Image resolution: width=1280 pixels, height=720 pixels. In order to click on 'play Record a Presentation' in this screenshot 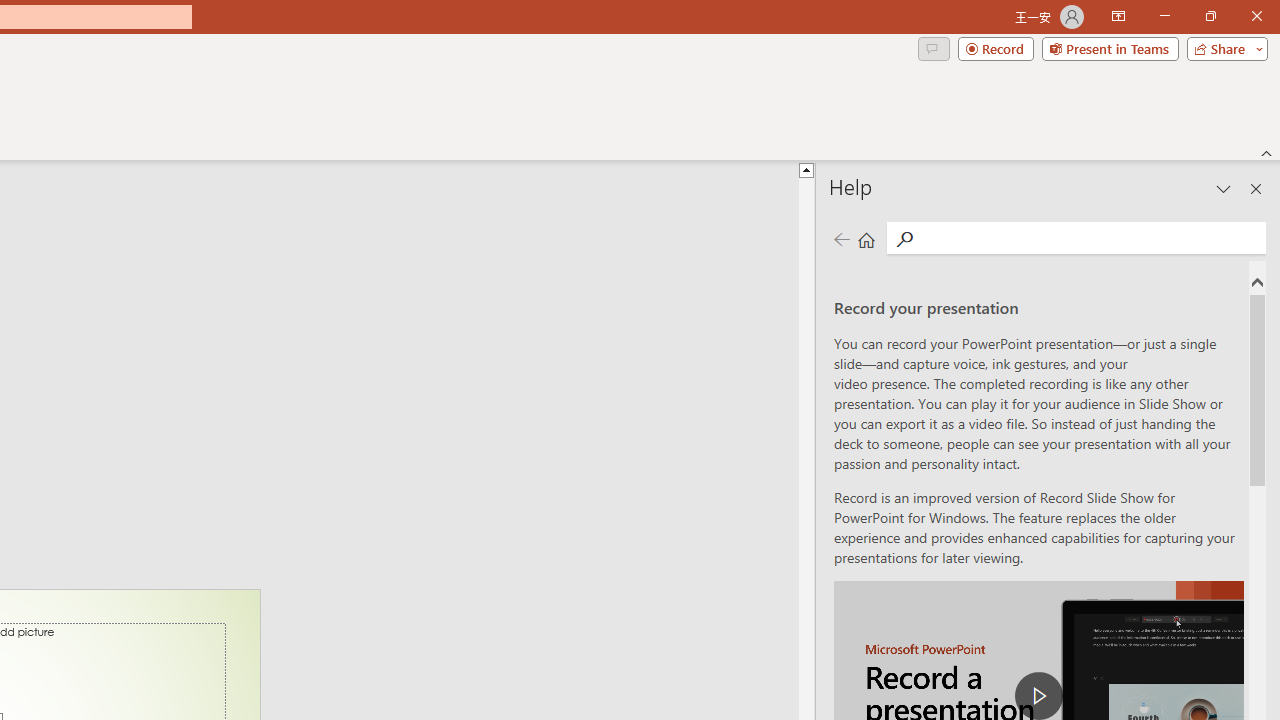, I will do `click(1038, 694)`.